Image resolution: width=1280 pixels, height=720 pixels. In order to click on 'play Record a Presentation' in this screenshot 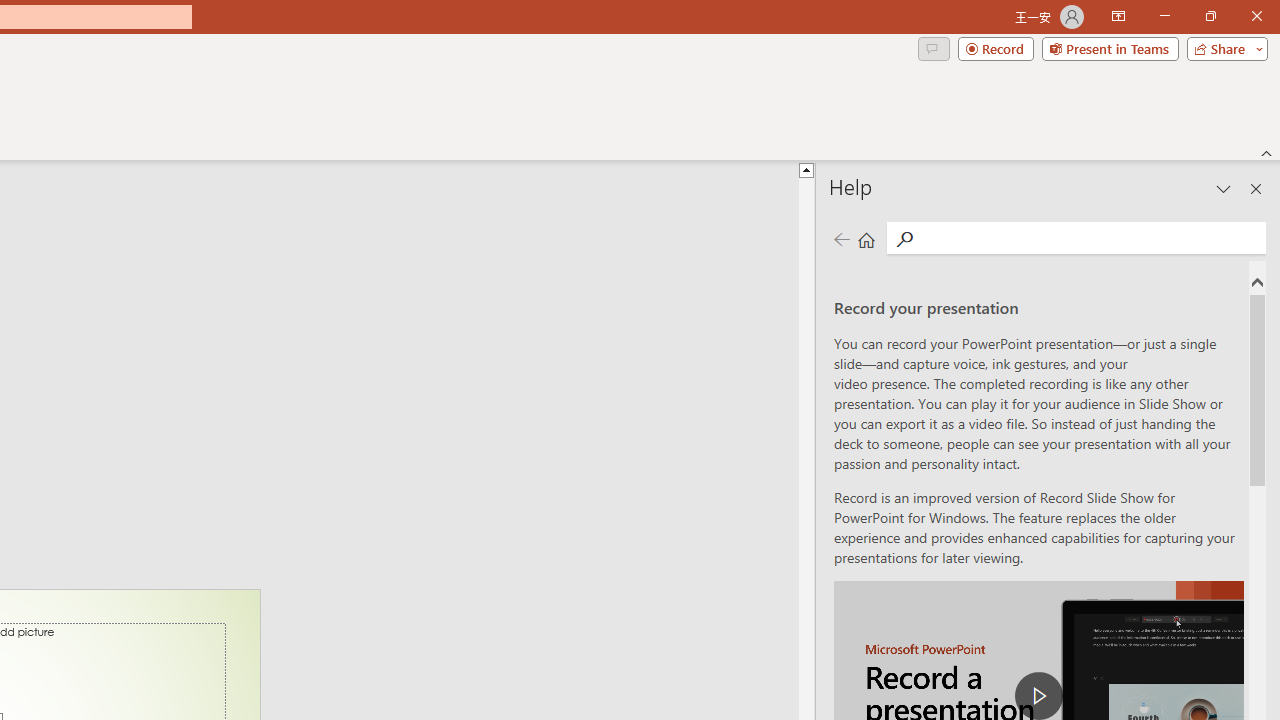, I will do `click(1038, 694)`.